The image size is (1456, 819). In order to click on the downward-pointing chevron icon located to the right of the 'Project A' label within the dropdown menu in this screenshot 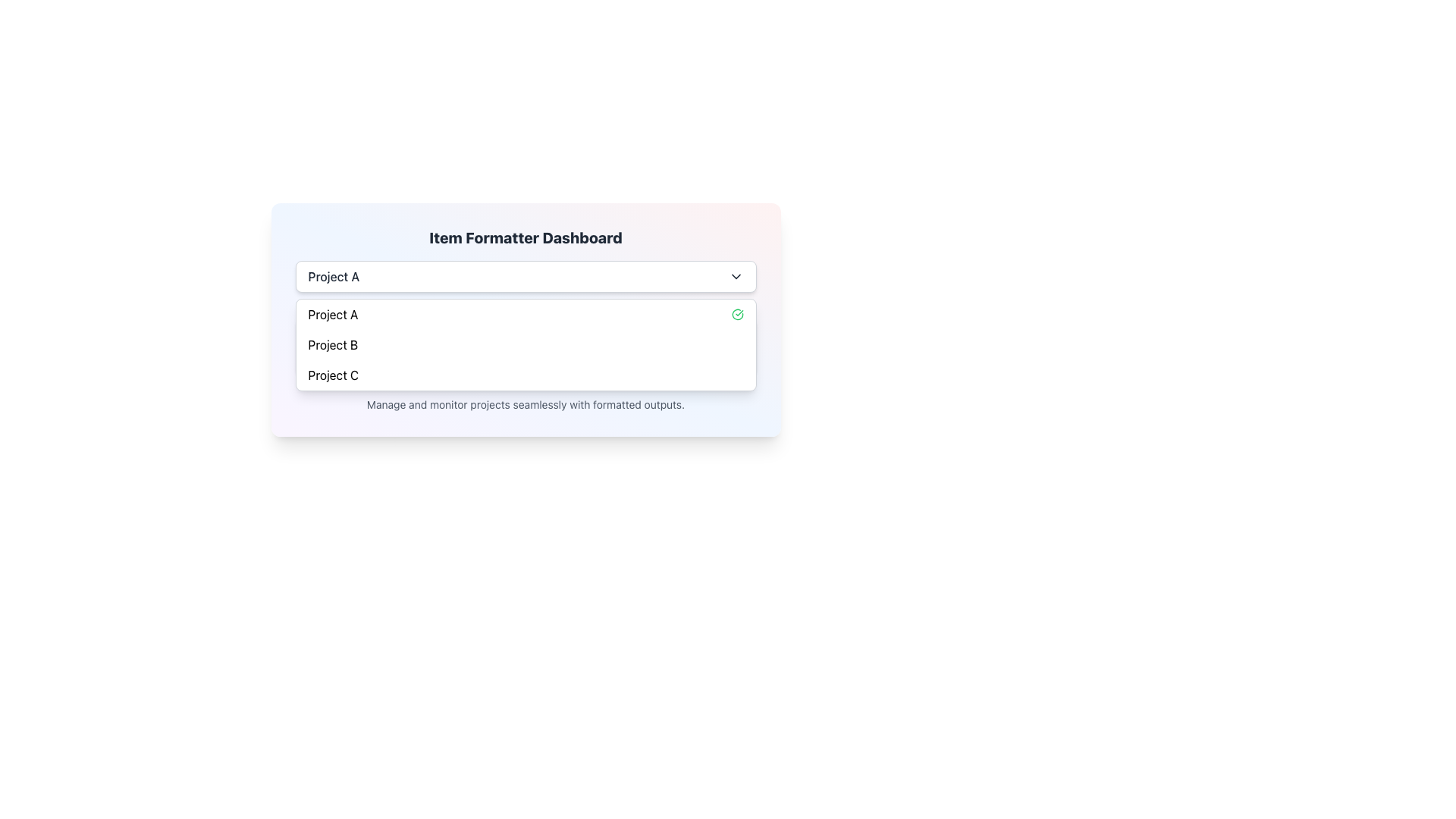, I will do `click(736, 277)`.